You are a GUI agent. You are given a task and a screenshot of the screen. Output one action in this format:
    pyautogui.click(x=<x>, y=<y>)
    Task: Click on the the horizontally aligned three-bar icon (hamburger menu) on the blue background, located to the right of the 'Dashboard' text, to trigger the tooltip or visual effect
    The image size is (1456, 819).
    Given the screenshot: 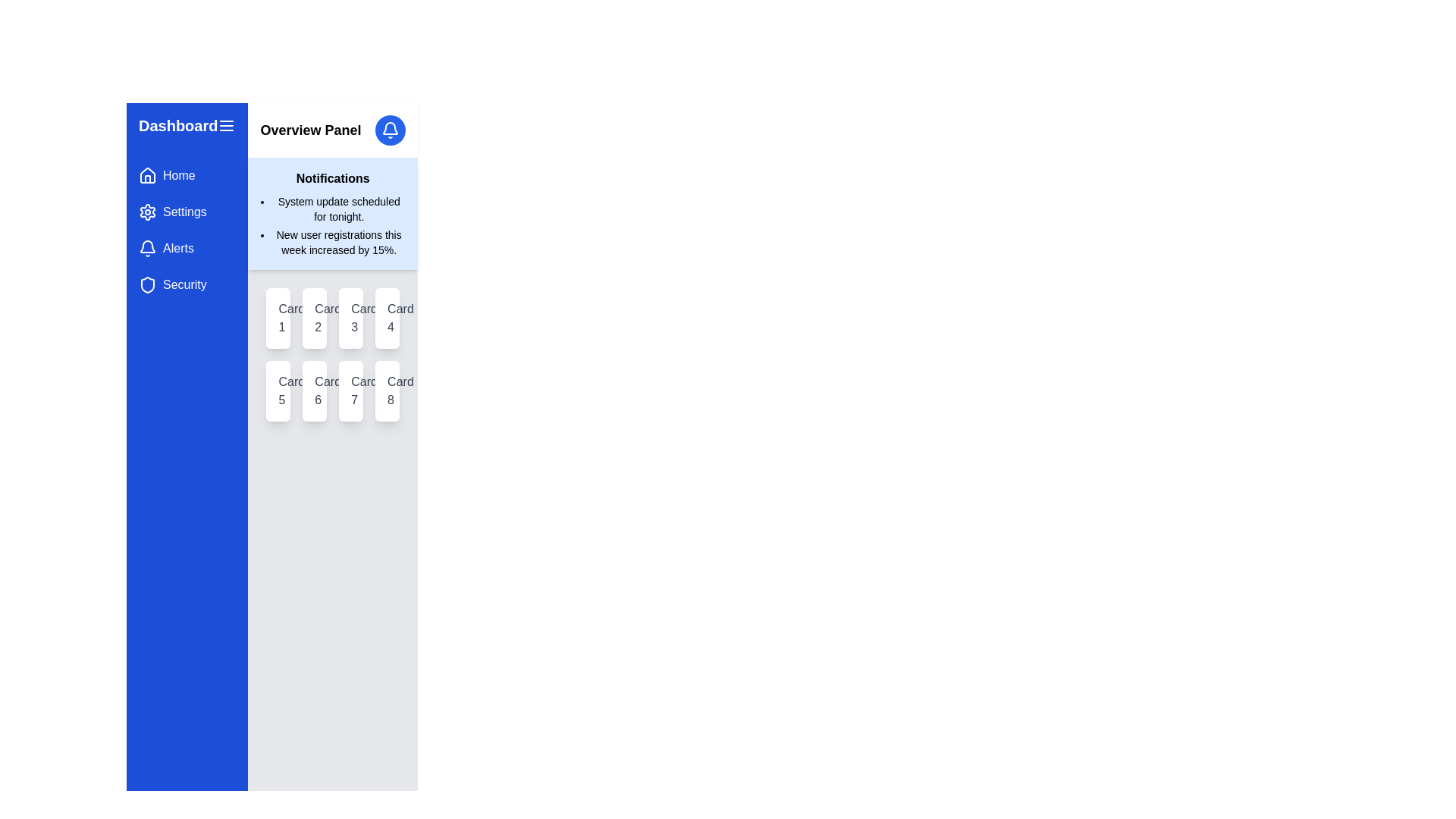 What is the action you would take?
    pyautogui.click(x=226, y=124)
    